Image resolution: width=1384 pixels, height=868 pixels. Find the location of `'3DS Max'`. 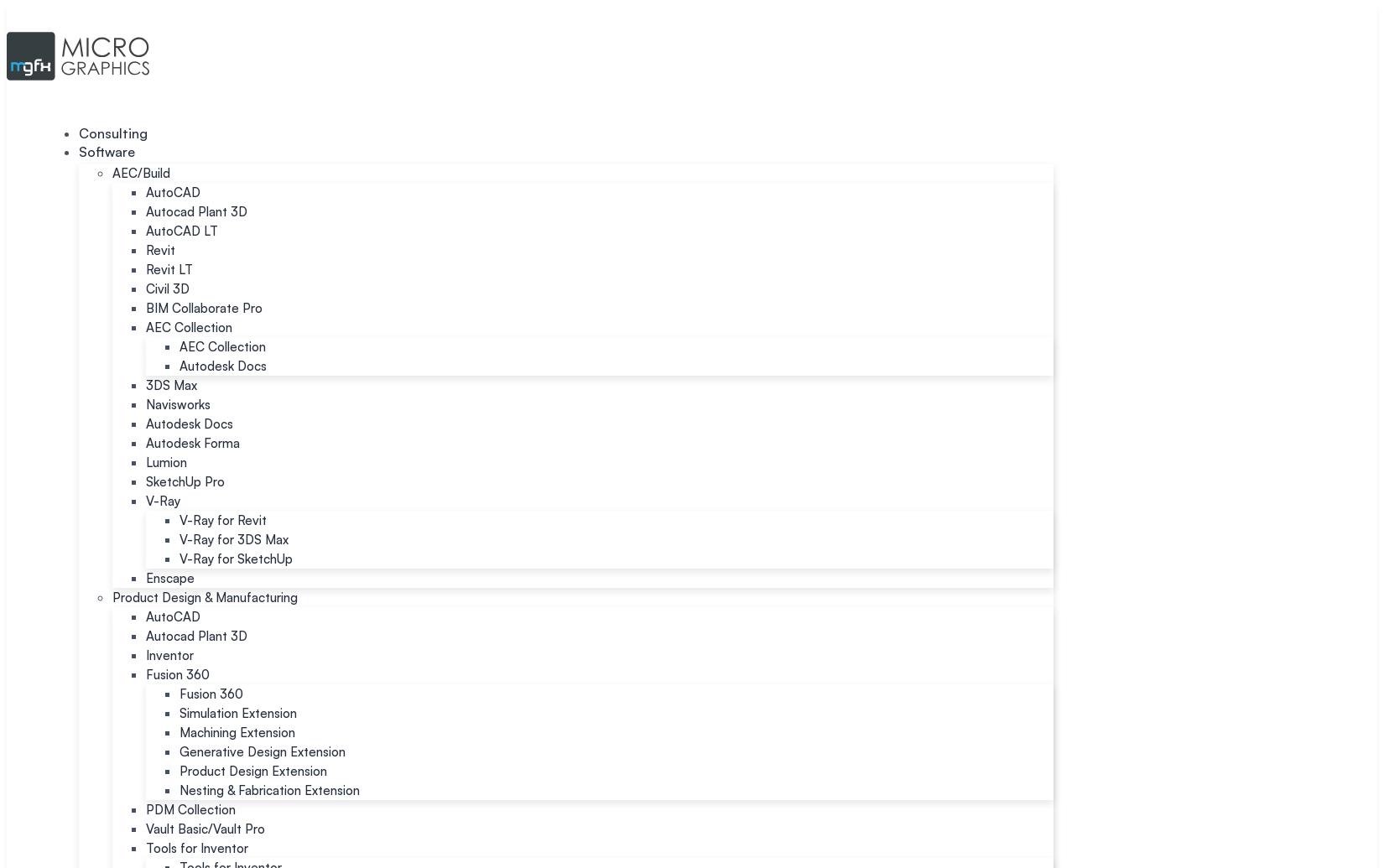

'3DS Max' is located at coordinates (171, 385).